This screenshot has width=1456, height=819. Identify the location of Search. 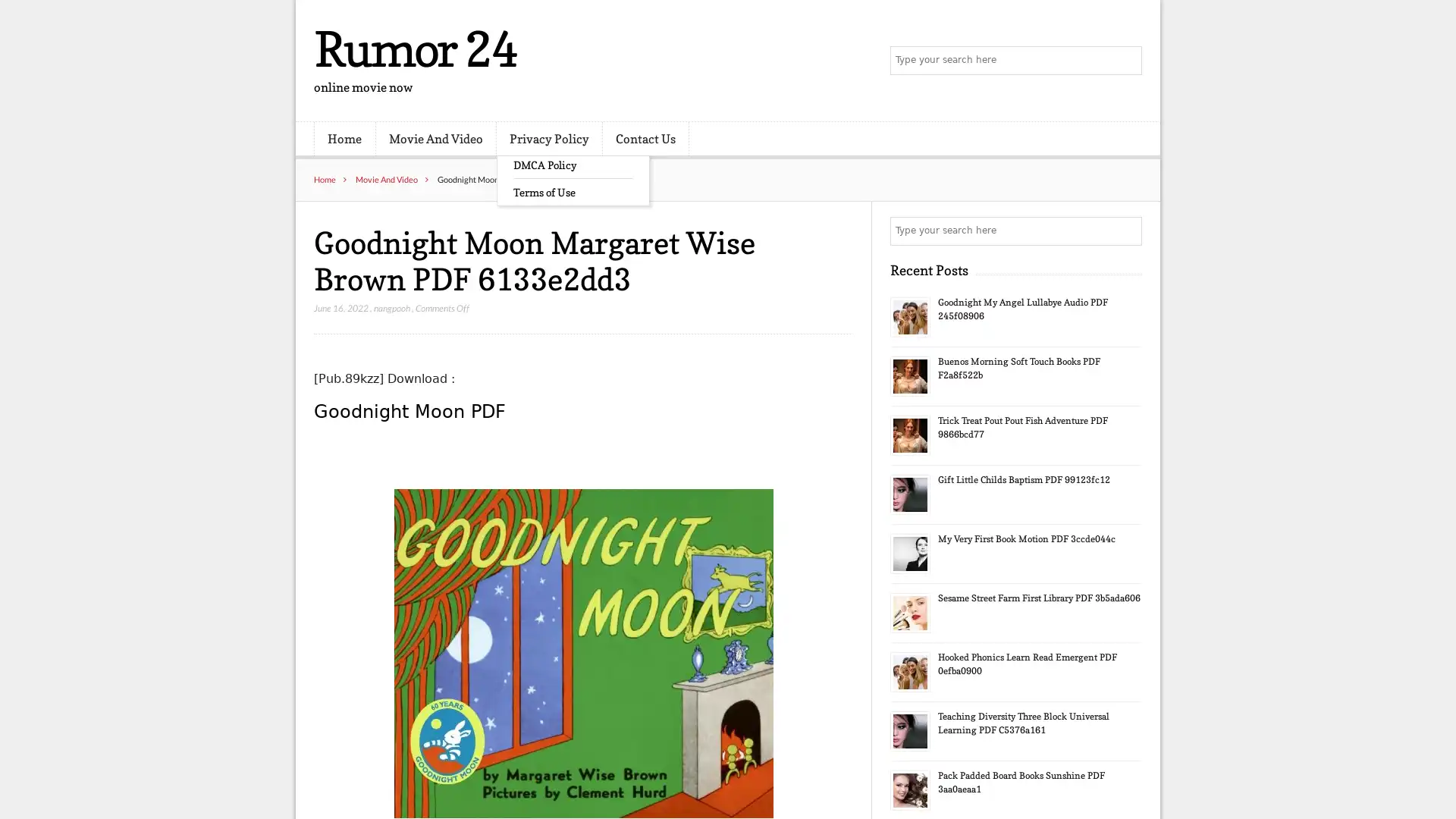
(1126, 61).